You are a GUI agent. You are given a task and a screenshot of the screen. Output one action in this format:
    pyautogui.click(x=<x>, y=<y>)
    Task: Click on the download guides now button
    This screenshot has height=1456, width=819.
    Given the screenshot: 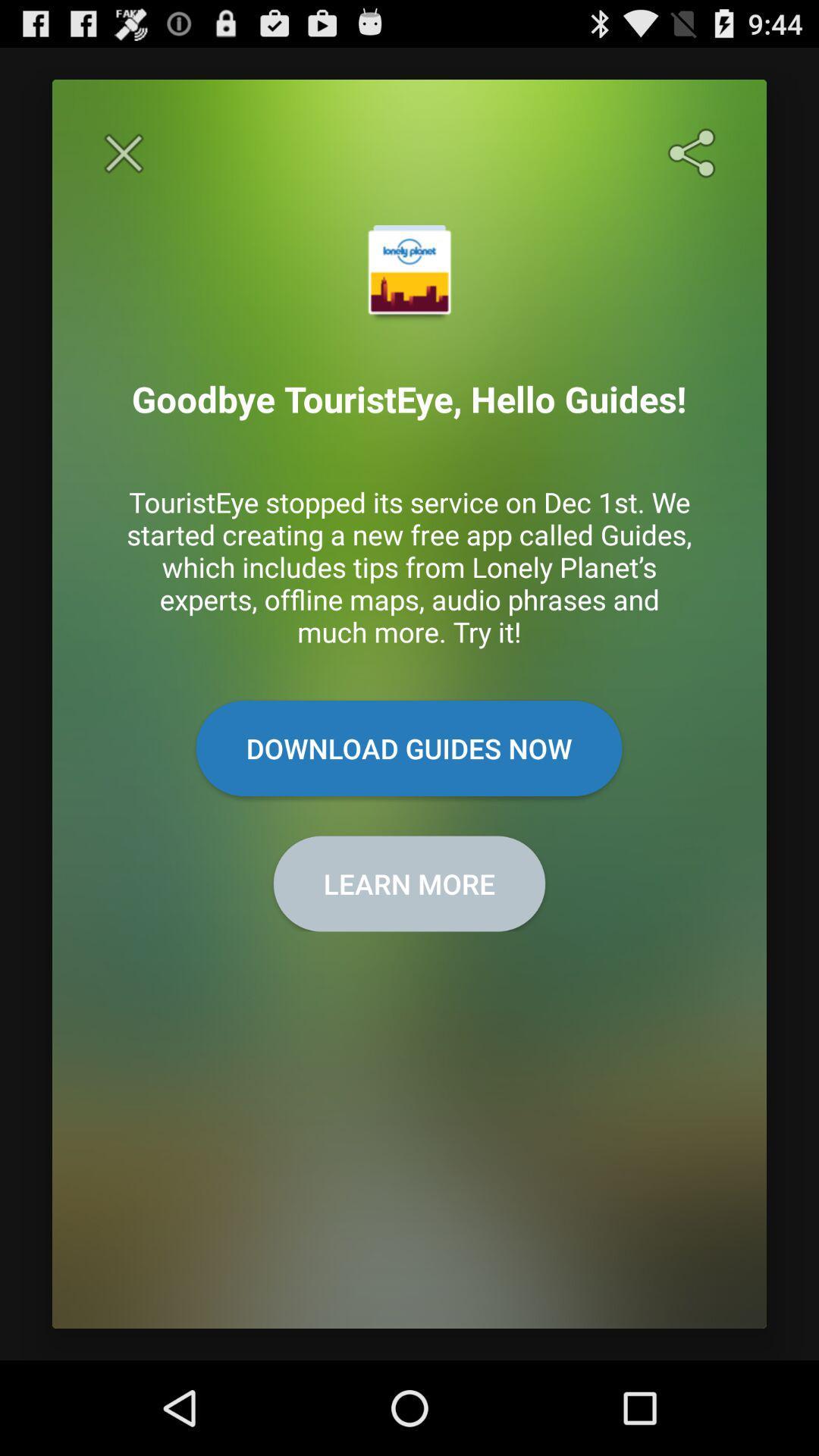 What is the action you would take?
    pyautogui.click(x=408, y=748)
    